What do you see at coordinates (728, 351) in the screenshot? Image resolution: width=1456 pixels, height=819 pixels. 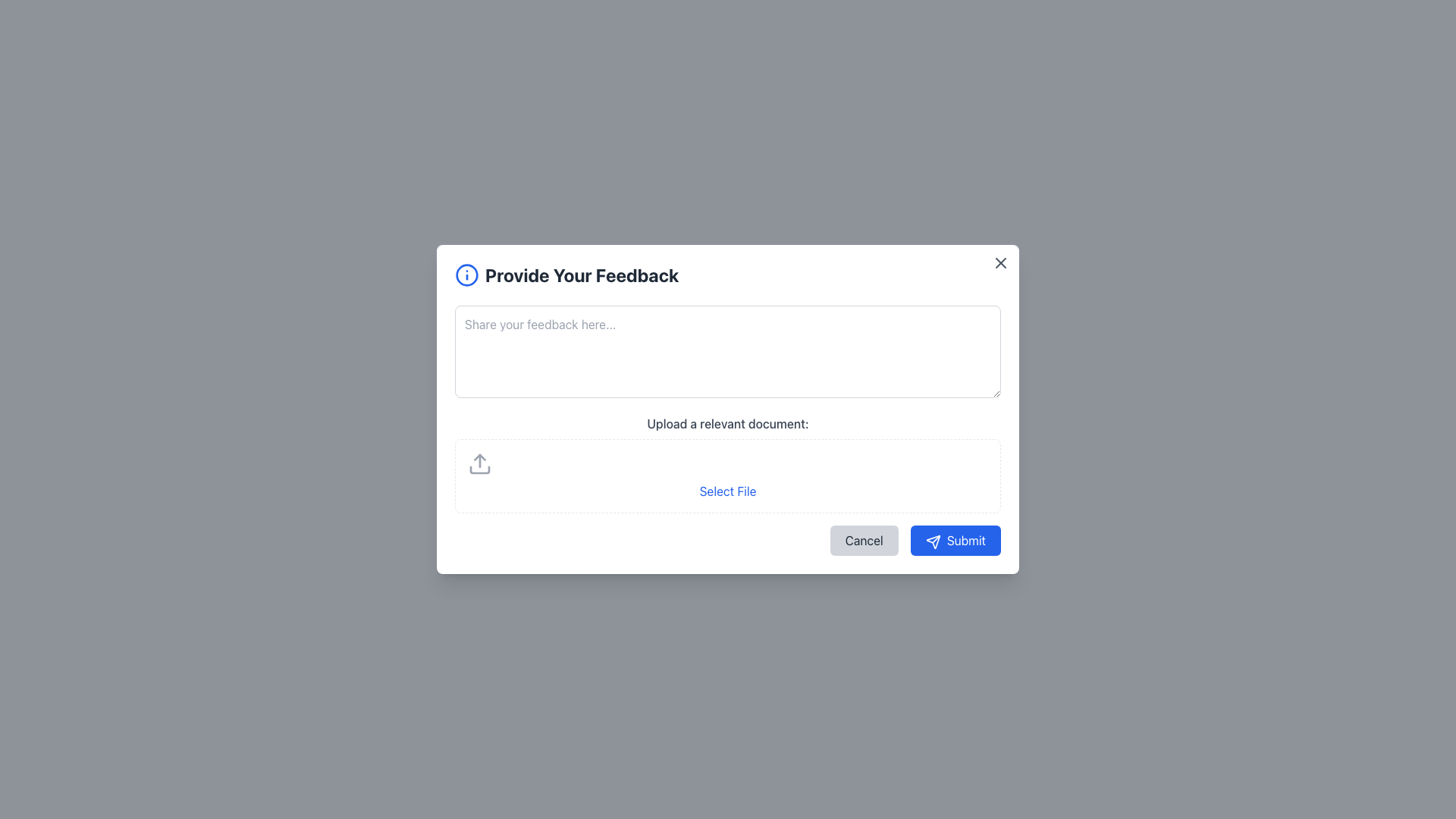 I see `the multiline text input field for feedback by pressing the Tab key` at bounding box center [728, 351].